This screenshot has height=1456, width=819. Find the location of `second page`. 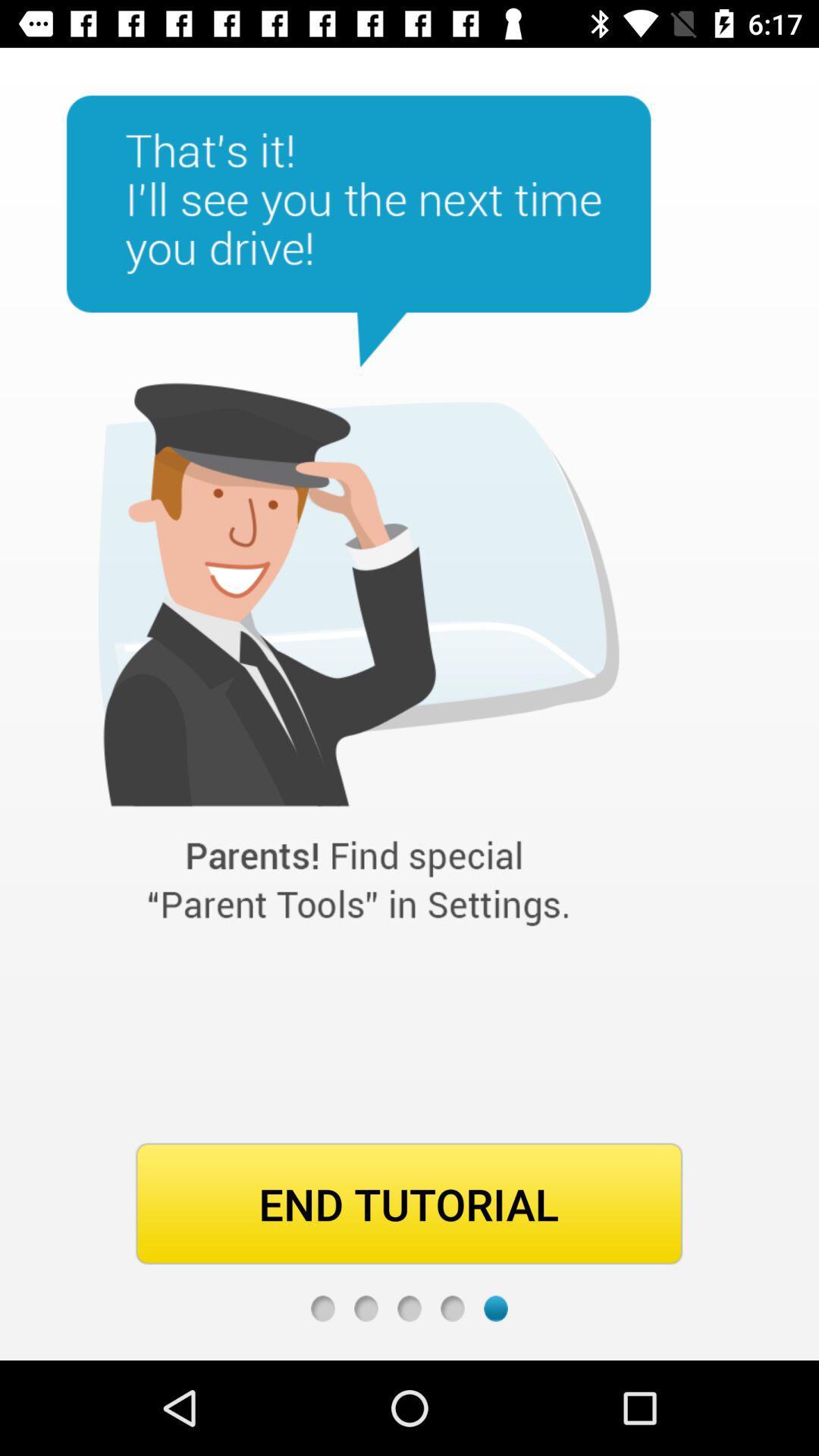

second page is located at coordinates (366, 1307).